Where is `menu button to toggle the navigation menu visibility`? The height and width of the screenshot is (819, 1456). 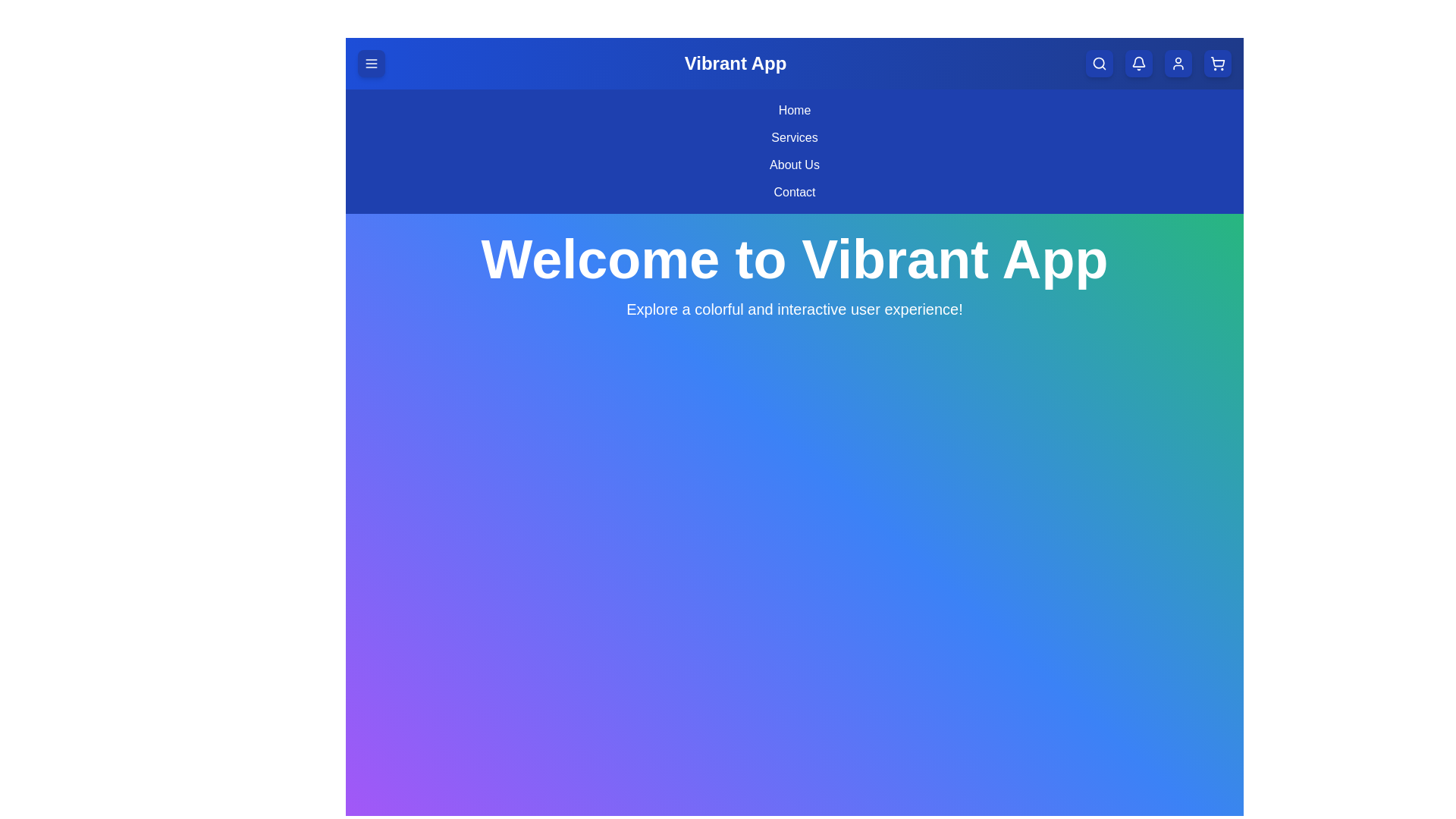 menu button to toggle the navigation menu visibility is located at coordinates (371, 63).